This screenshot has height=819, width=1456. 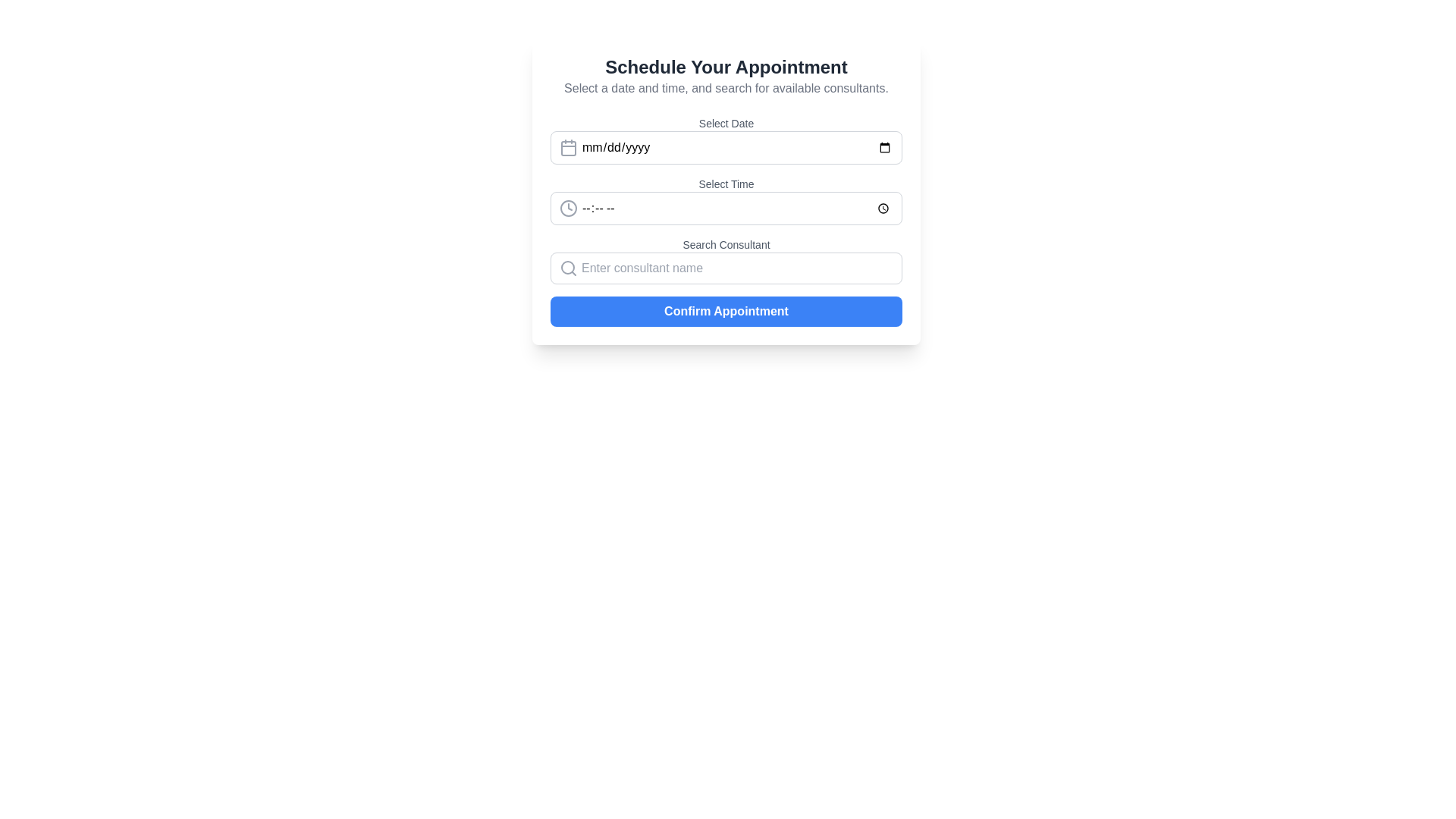 What do you see at coordinates (567, 208) in the screenshot?
I see `the outer circular component of the clock icon located to the left of the '--:--' placeholder text in the 'Select Time' field` at bounding box center [567, 208].